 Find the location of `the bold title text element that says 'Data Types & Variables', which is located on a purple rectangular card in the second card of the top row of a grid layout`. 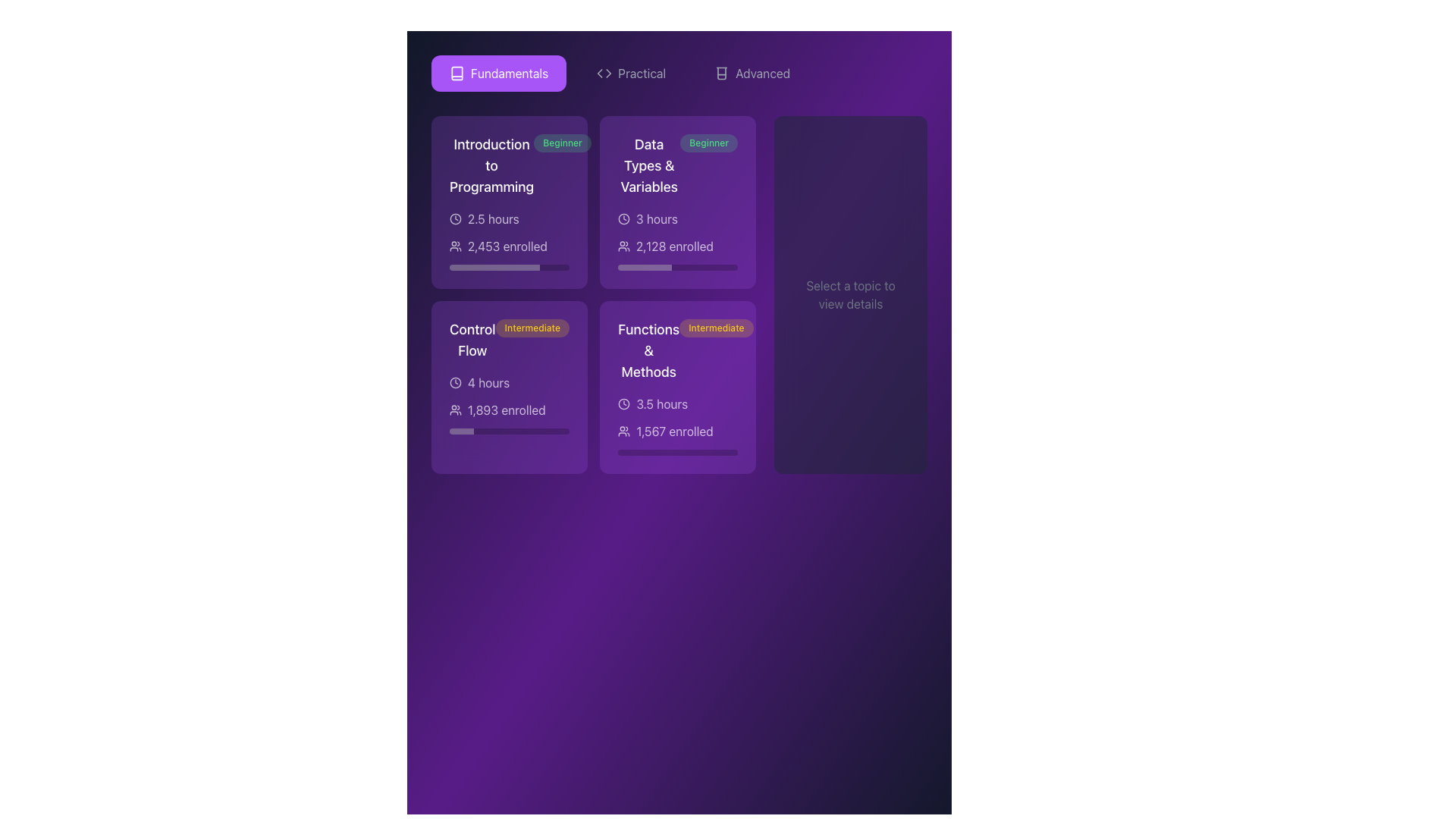

the bold title text element that says 'Data Types & Variables', which is located on a purple rectangular card in the second card of the top row of a grid layout is located at coordinates (649, 166).